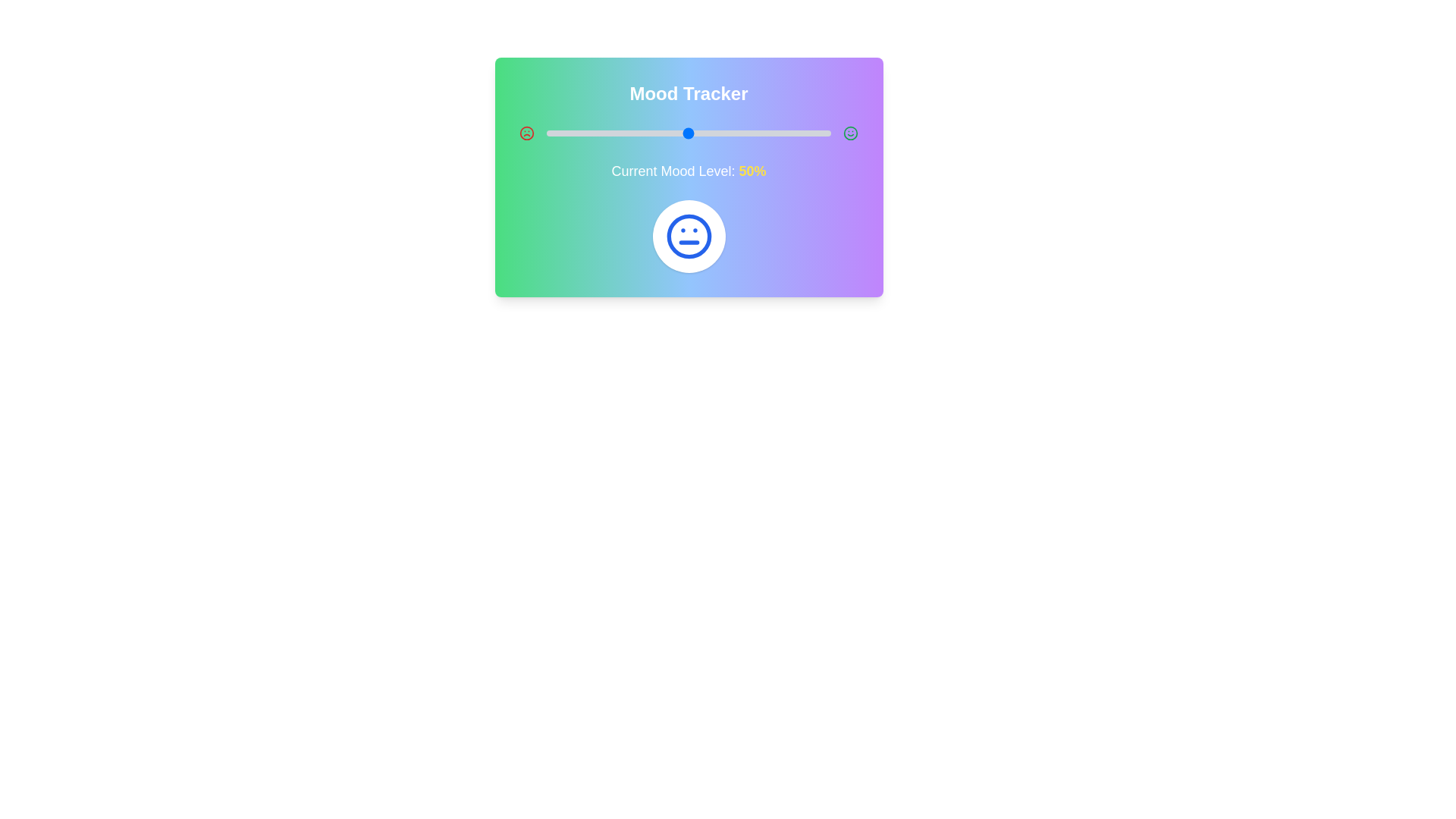 The height and width of the screenshot is (819, 1456). I want to click on the mood level to 45% by interacting with the slider, so click(673, 133).